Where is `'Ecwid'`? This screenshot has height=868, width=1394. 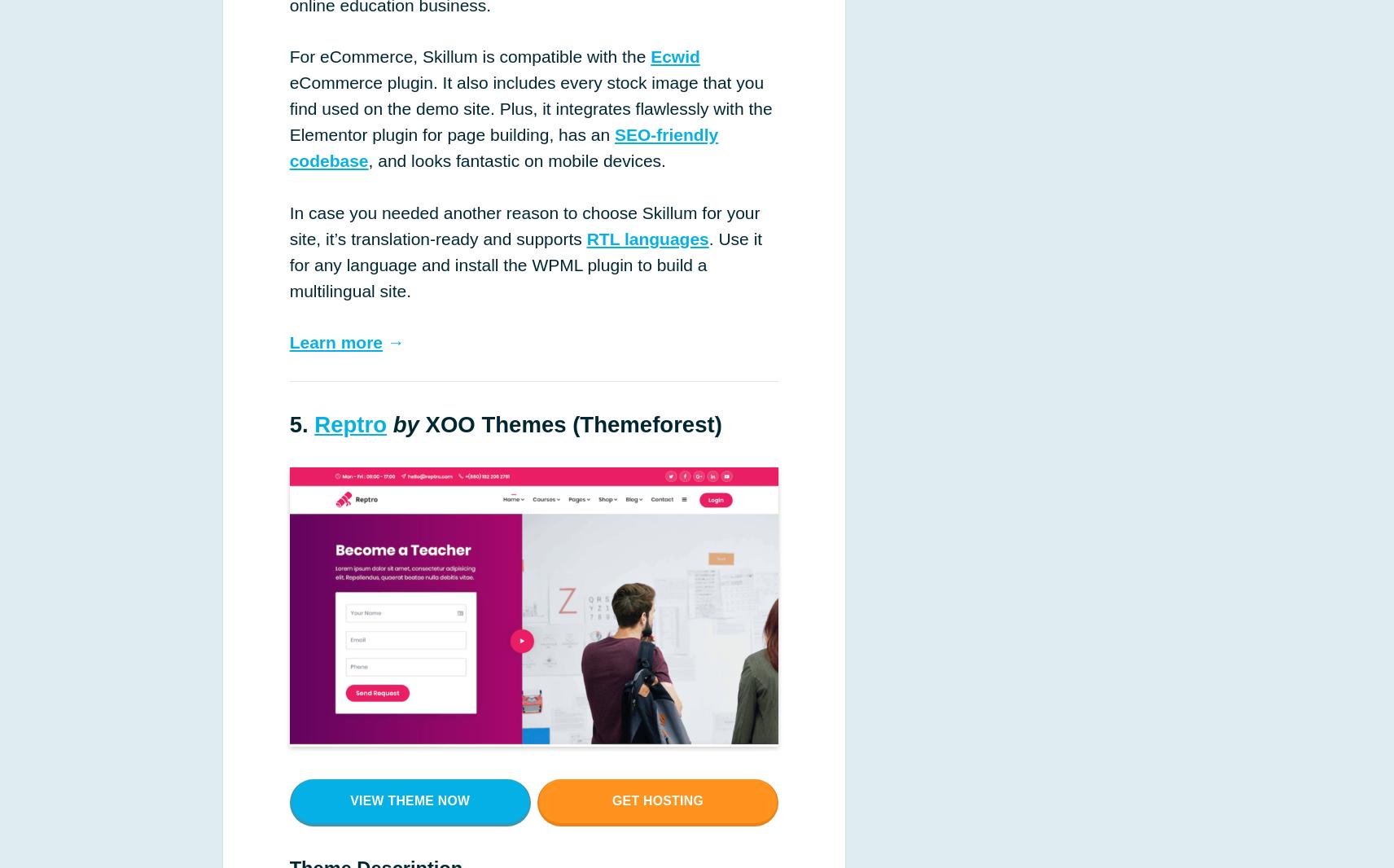
'Ecwid' is located at coordinates (674, 55).